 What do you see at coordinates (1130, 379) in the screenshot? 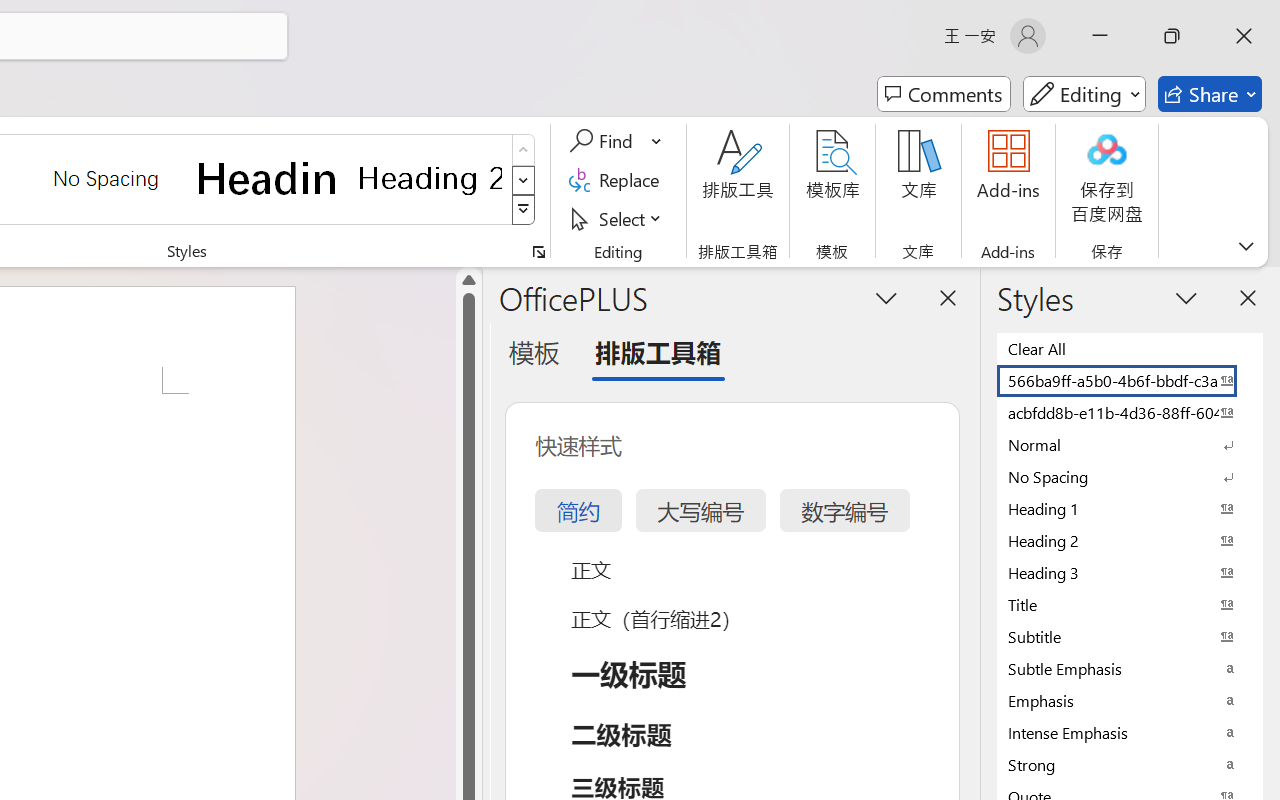
I see `'566ba9ff-a5b0-4b6f-bbdf-c3ab41993fc2'` at bounding box center [1130, 379].